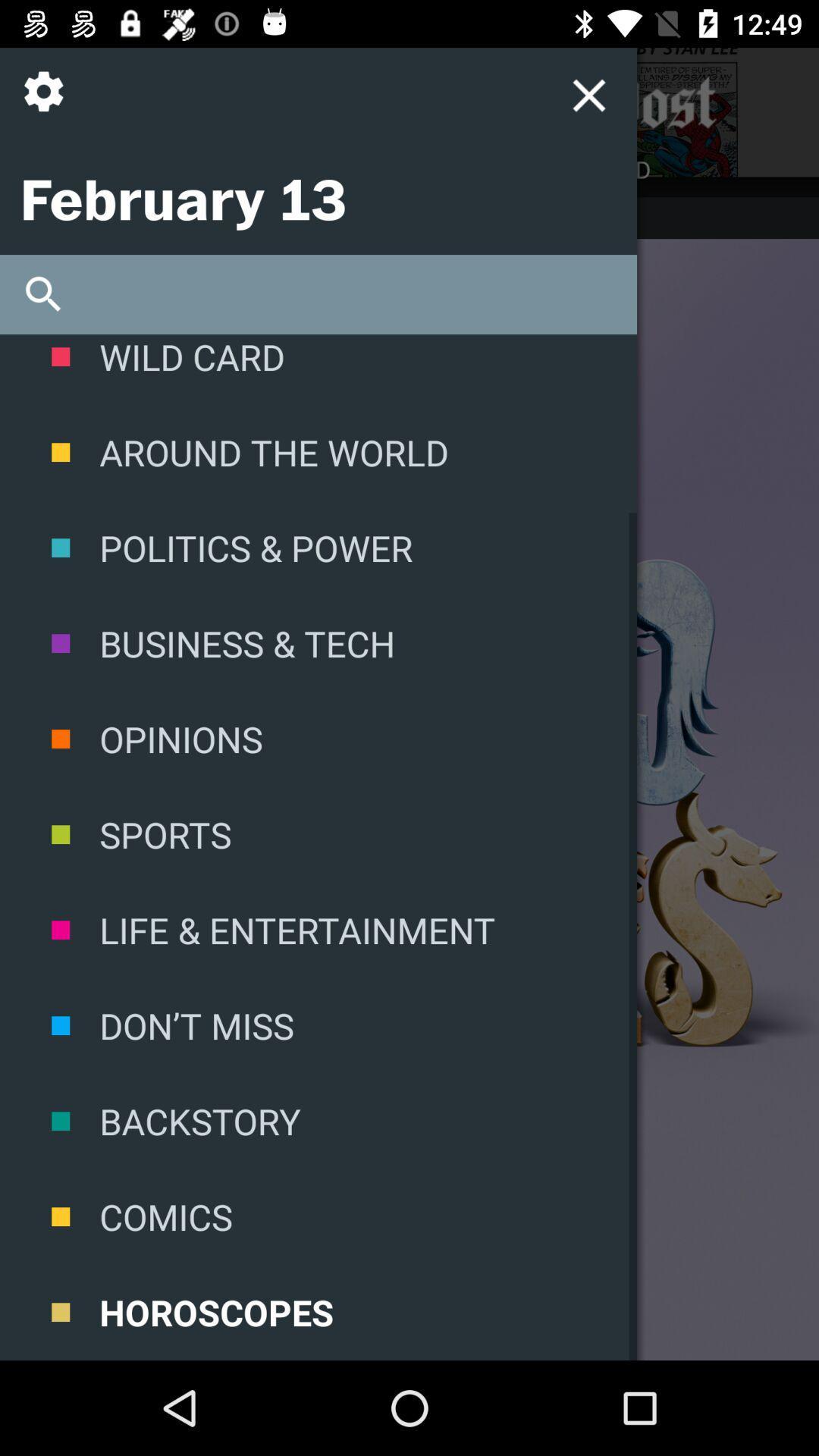 Image resolution: width=819 pixels, height=1456 pixels. Describe the element at coordinates (318, 929) in the screenshot. I see `the life & entertainment icon` at that location.